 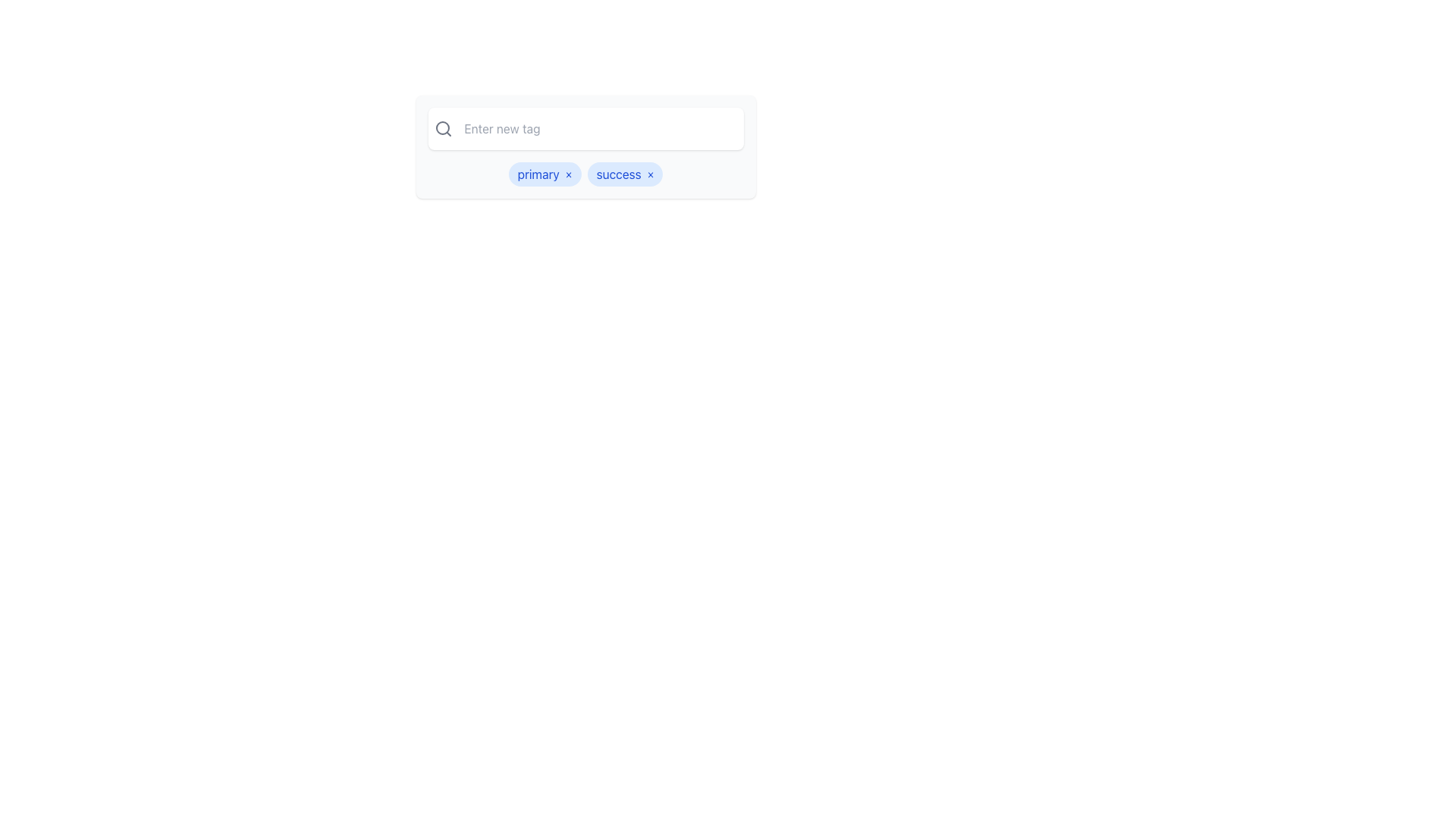 What do you see at coordinates (651, 174) in the screenshot?
I see `the close icon represented by the small text character '×' in a light blue rounded rectangular background, located at the far right of the label 'success×'` at bounding box center [651, 174].